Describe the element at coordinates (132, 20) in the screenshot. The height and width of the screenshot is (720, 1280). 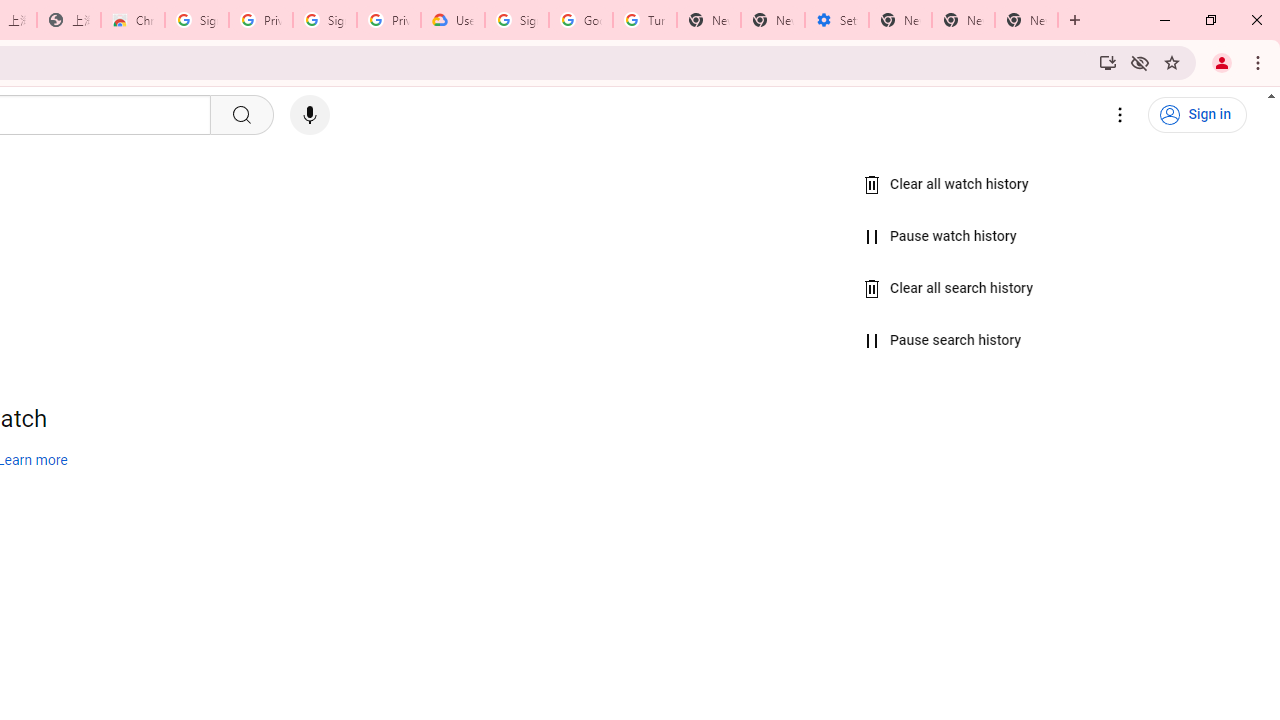
I see `'Chrome Web Store - Color themes by Chrome'` at that location.